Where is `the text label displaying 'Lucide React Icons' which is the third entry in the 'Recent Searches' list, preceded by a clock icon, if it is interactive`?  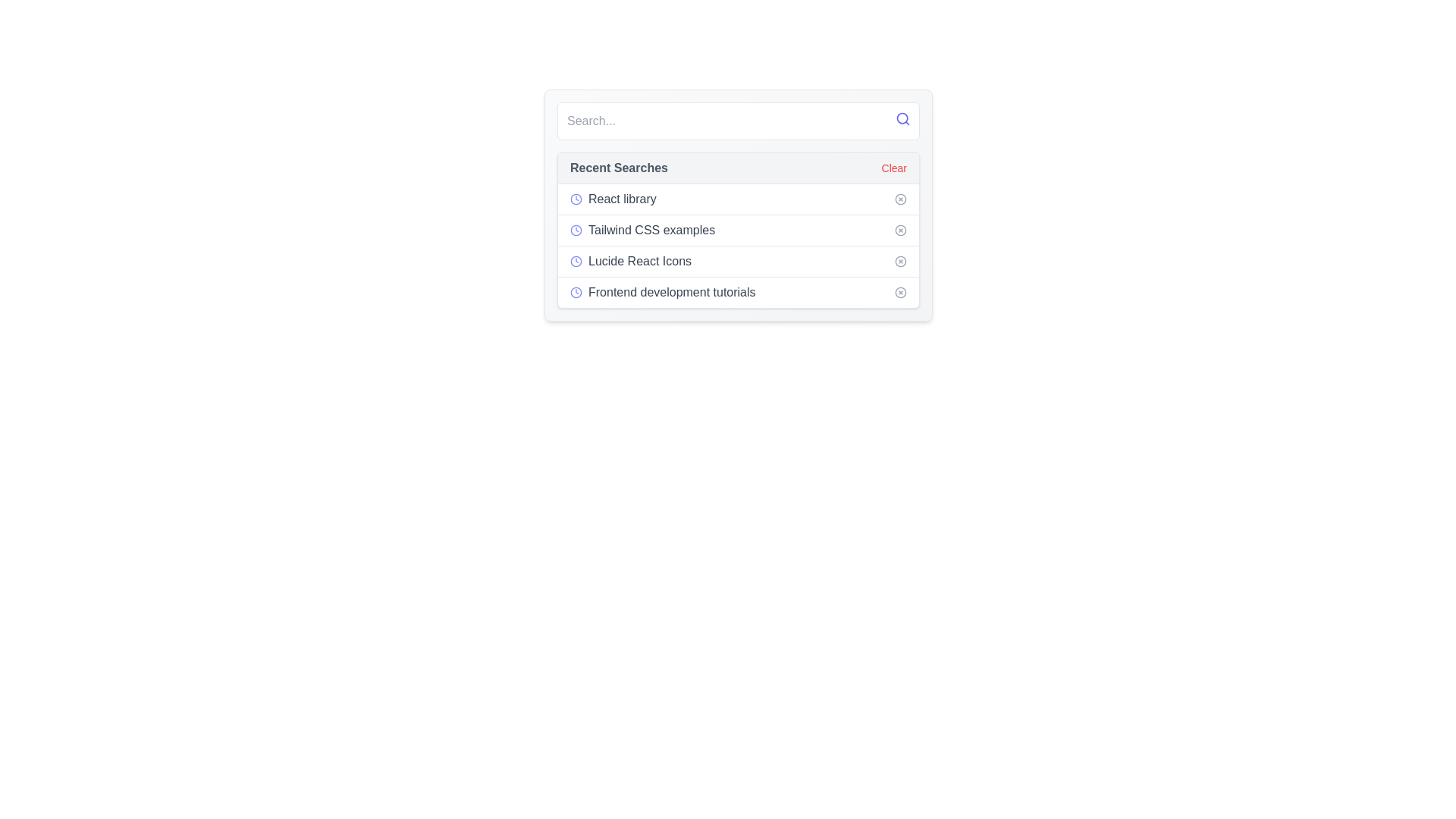
the text label displaying 'Lucide React Icons' which is the third entry in the 'Recent Searches' list, preceded by a clock icon, if it is interactive is located at coordinates (640, 260).